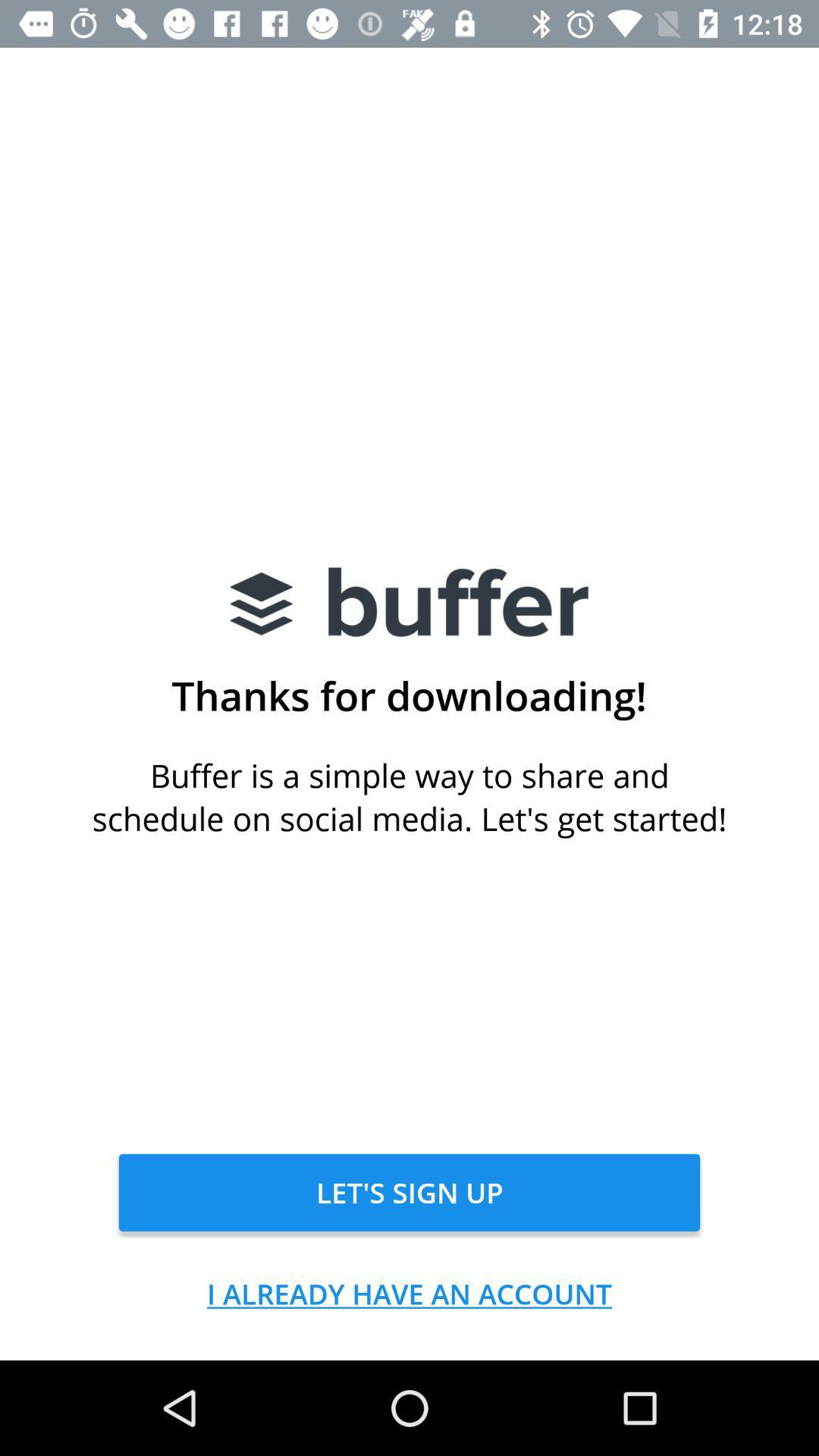  I want to click on item below let s sign item, so click(409, 1293).